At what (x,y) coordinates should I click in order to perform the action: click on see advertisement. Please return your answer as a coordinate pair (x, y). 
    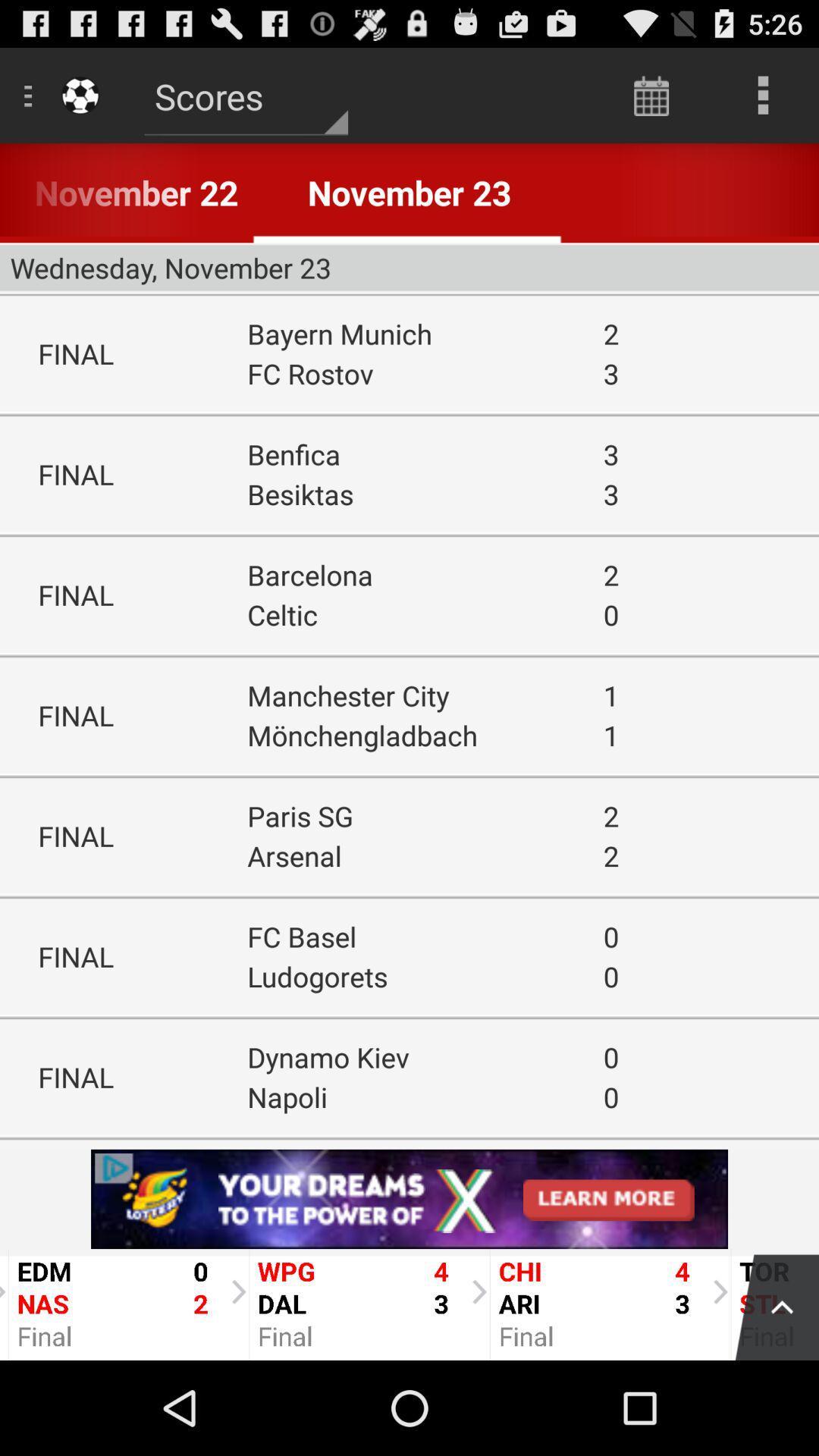
    Looking at the image, I should click on (409, 1198).